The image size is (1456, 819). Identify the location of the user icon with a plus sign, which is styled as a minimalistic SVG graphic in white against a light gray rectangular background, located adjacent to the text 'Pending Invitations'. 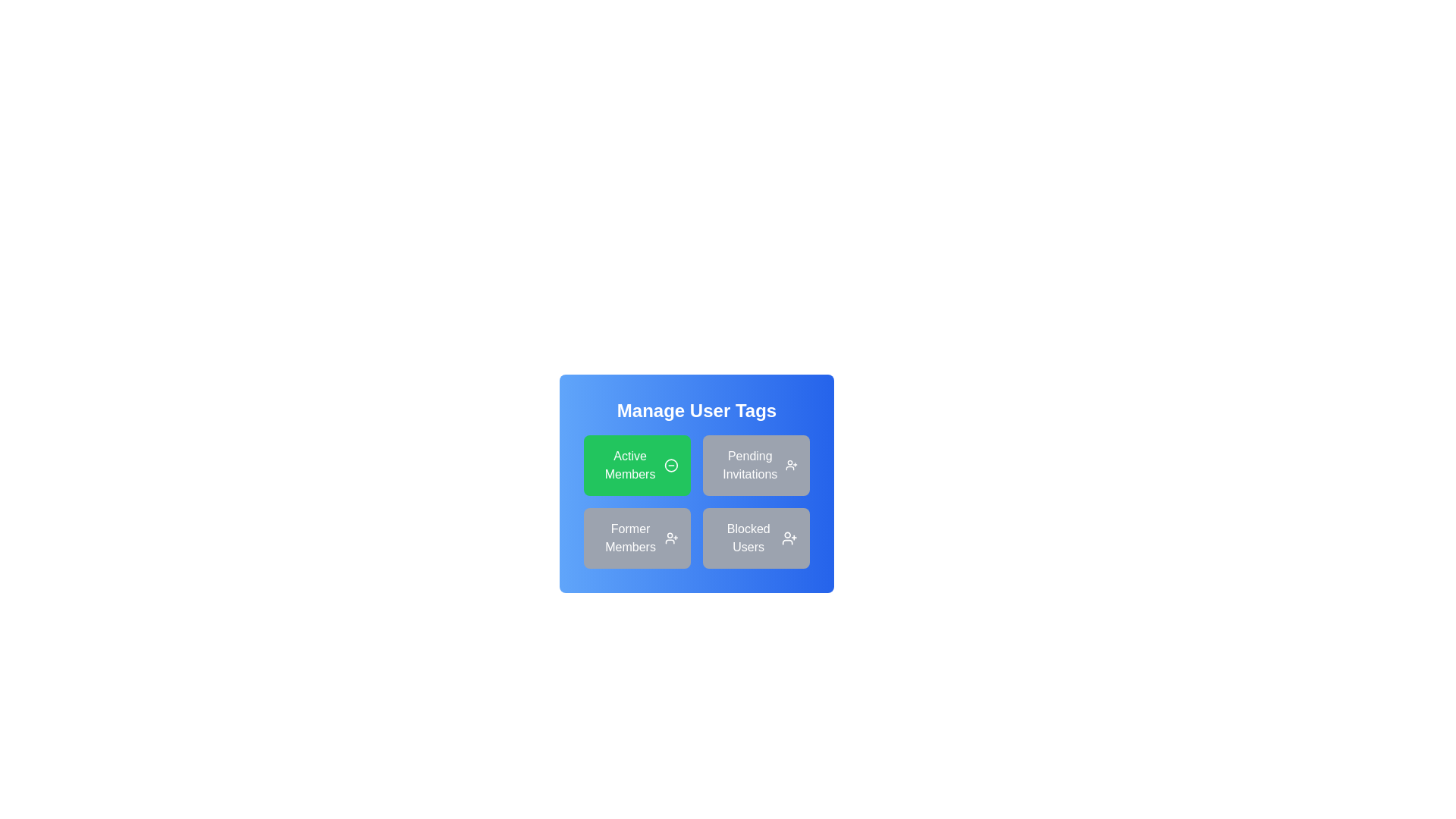
(790, 464).